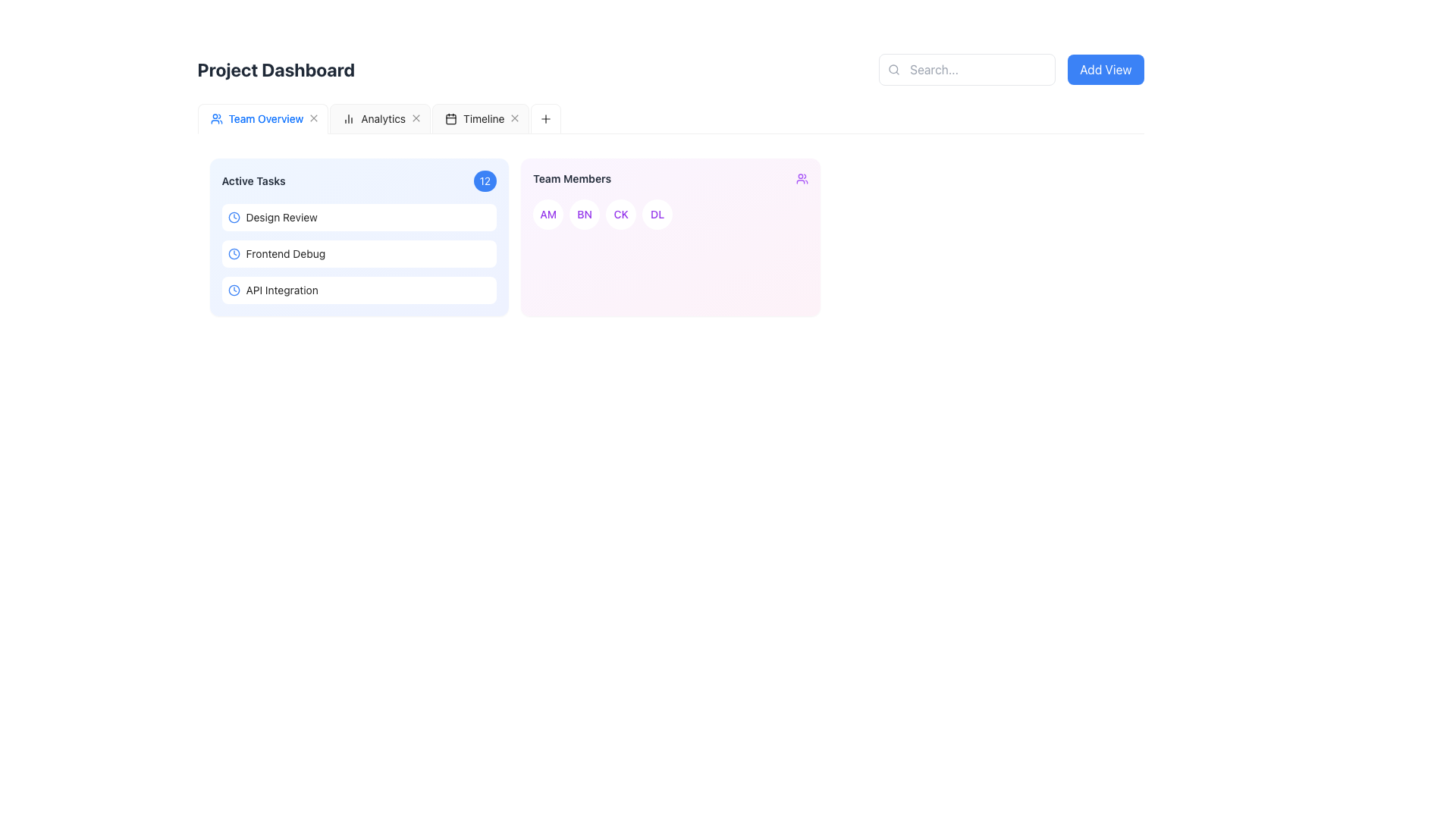 The width and height of the screenshot is (1456, 819). Describe the element at coordinates (380, 118) in the screenshot. I see `the 'Analytics' tab in the tabbed navigation system` at that location.